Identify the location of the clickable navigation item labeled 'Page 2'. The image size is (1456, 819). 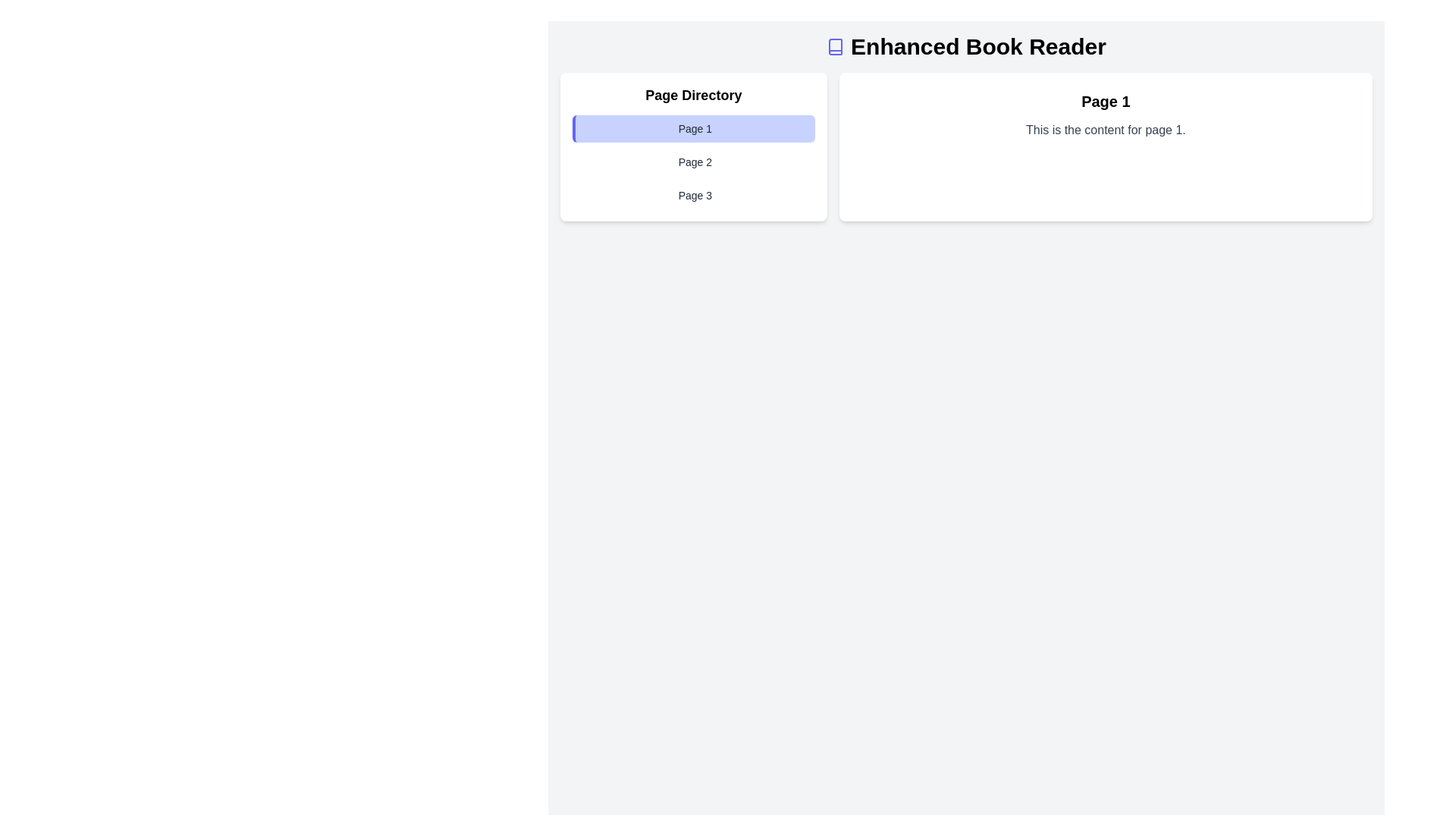
(692, 162).